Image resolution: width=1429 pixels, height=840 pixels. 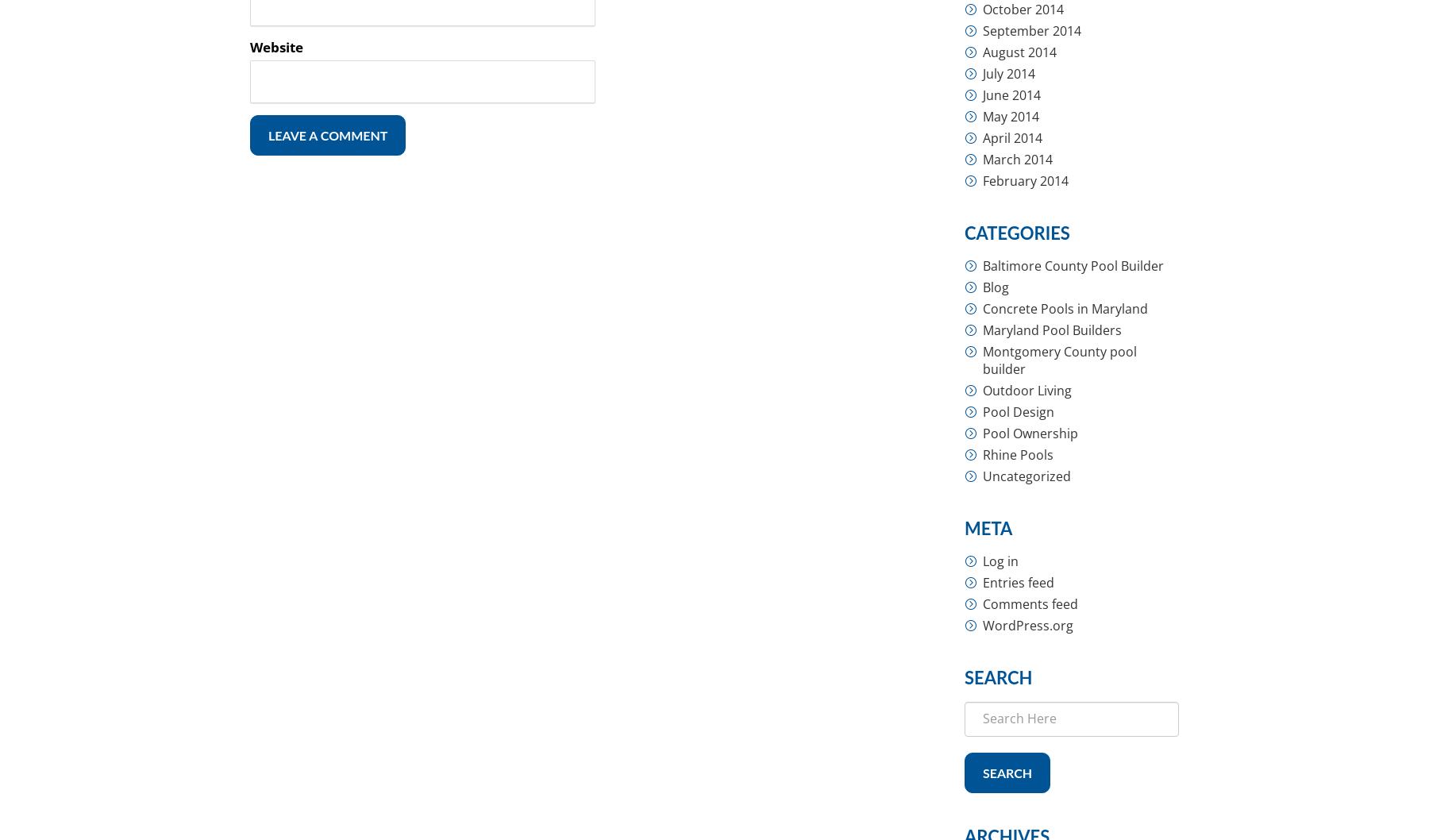 I want to click on 'Outdoor Living', so click(x=1027, y=389).